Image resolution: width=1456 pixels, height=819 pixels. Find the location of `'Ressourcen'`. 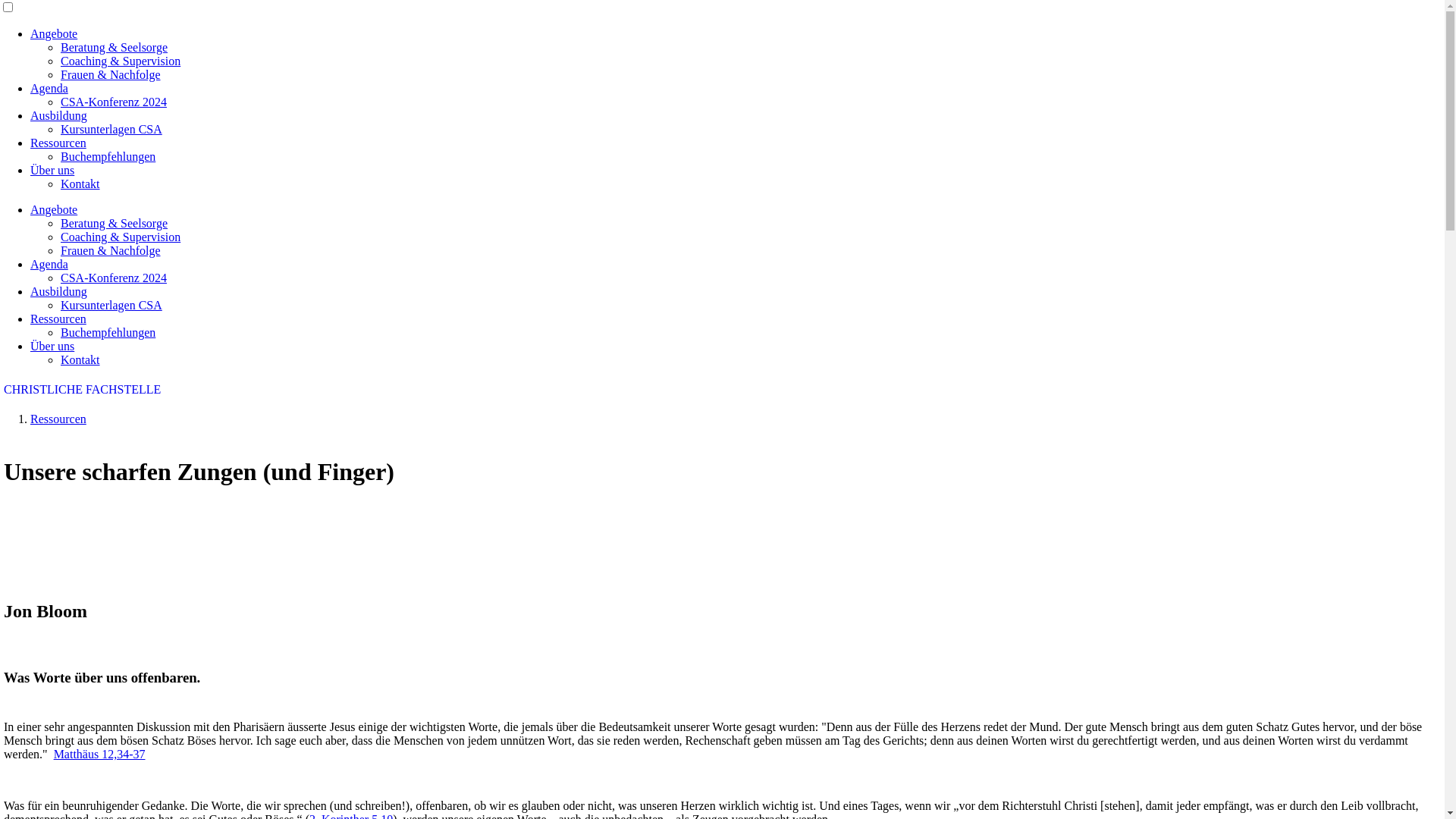

'Ressourcen' is located at coordinates (58, 318).